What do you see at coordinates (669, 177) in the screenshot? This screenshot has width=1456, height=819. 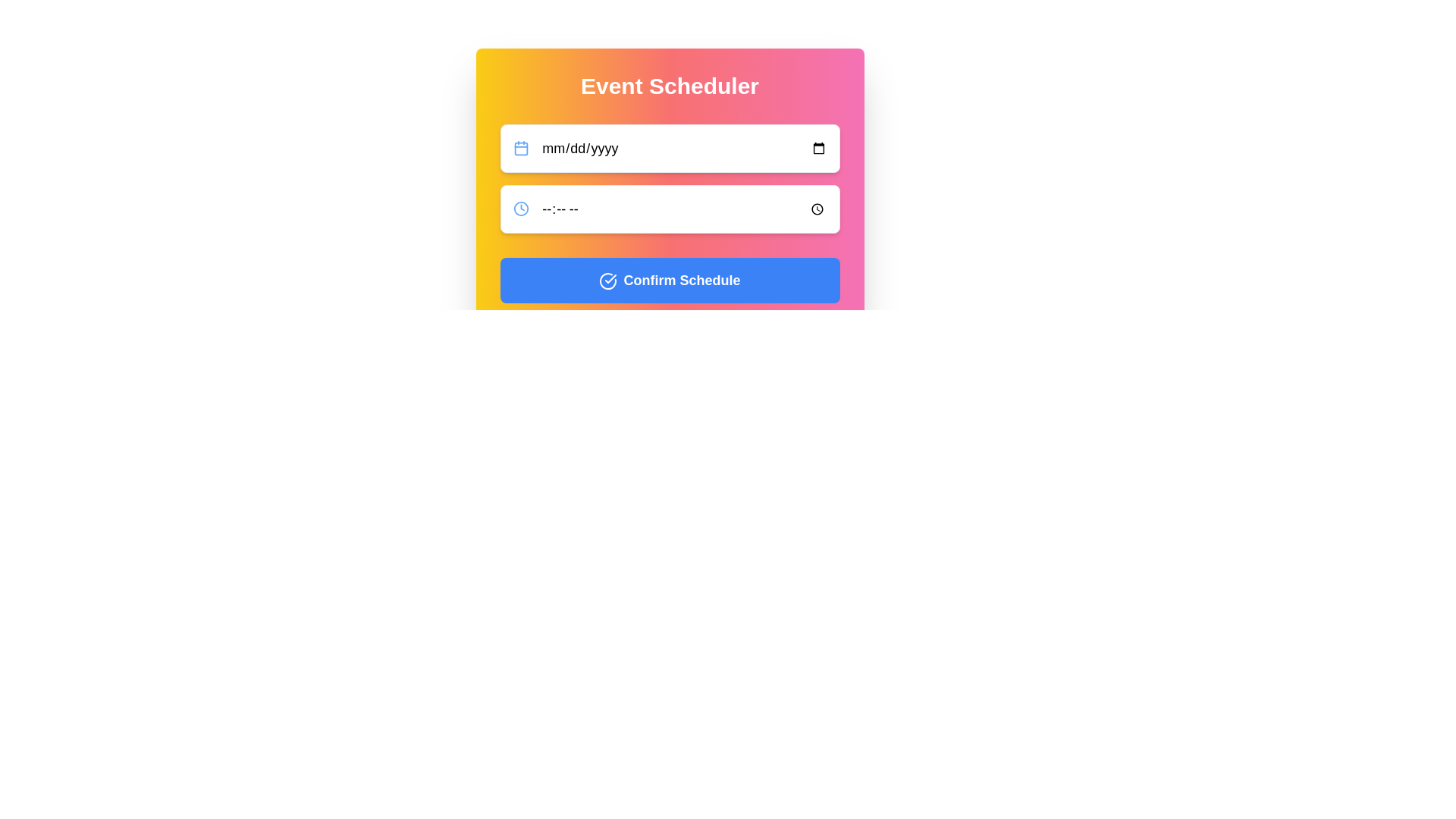 I see `a date or time using the picker tool from the input fields in the vertical group located within the 'Event Scheduler' box` at bounding box center [669, 177].